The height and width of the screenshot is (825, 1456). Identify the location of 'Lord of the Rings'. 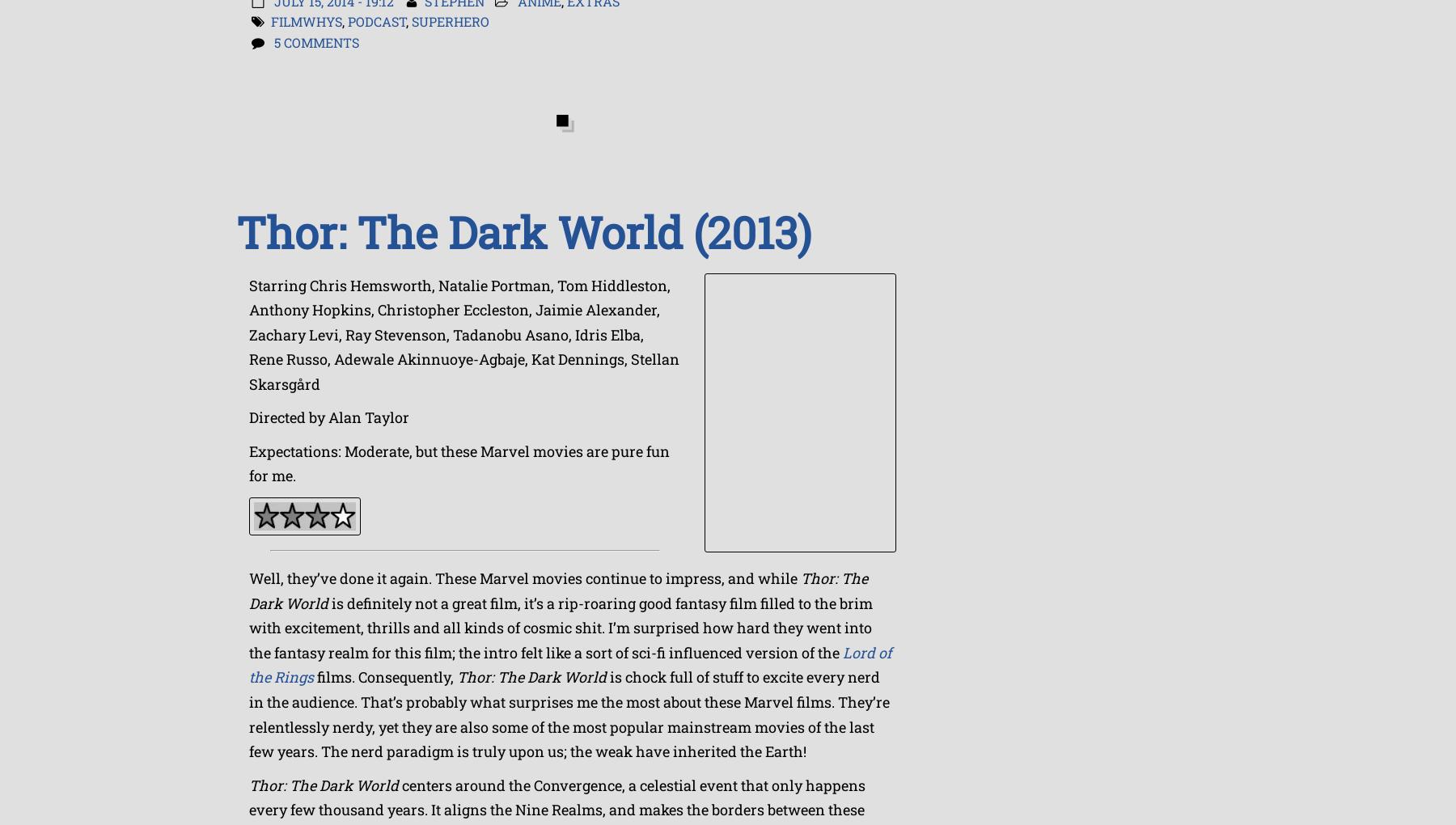
(569, 664).